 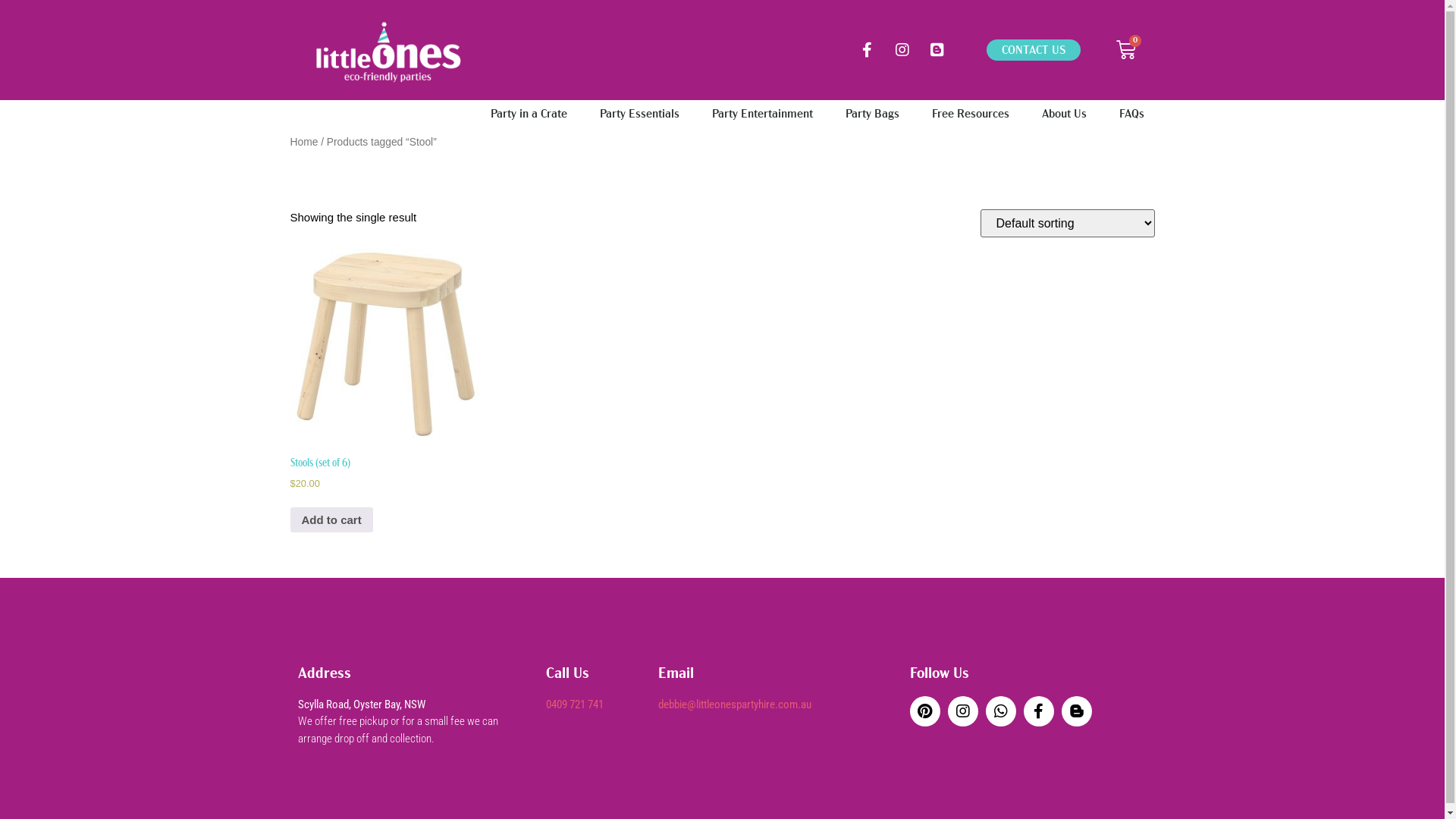 I want to click on 'Party Entertainment', so click(x=761, y=113).